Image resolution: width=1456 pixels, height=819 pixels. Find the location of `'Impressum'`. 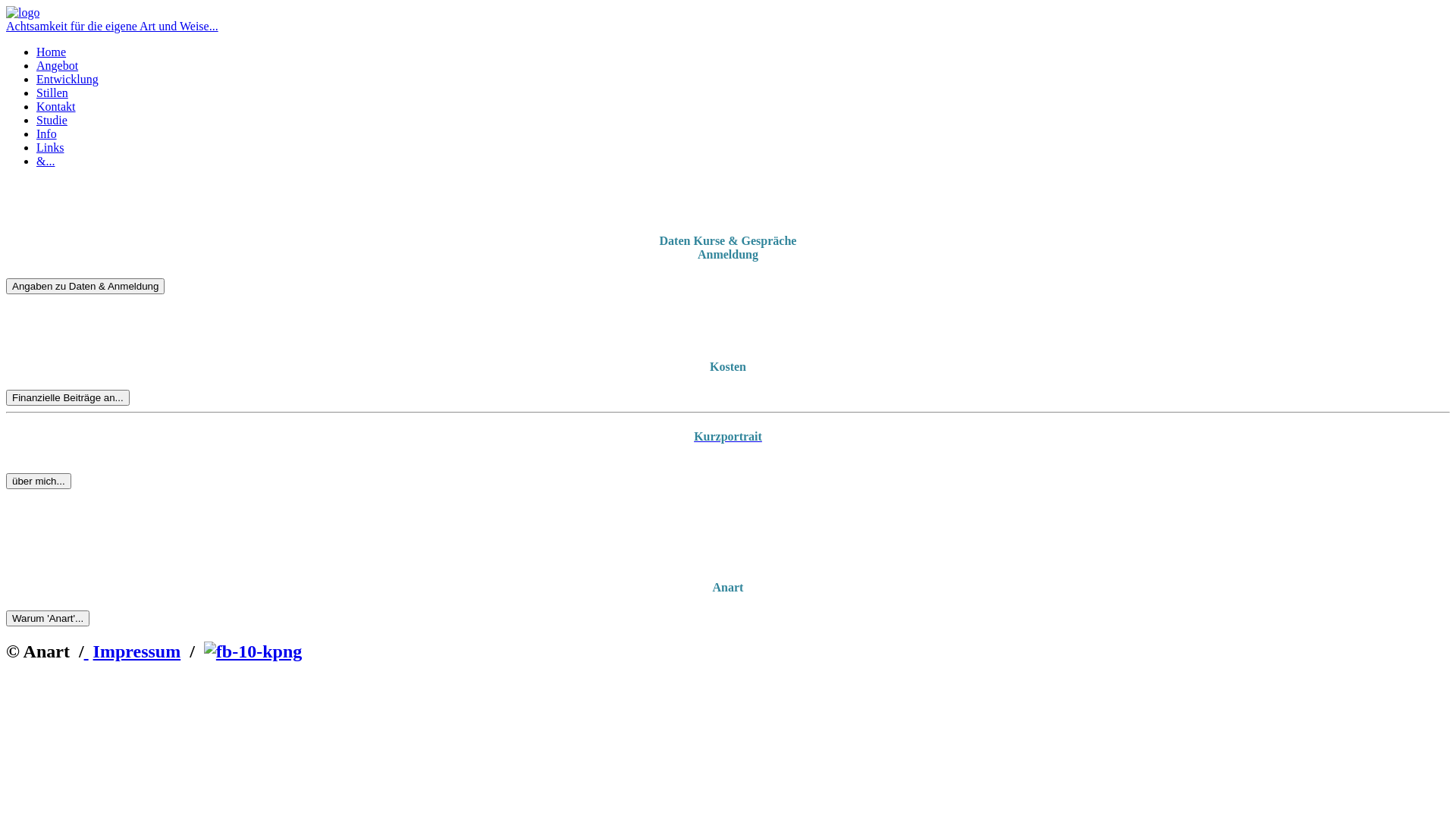

'Impressum' is located at coordinates (137, 651).